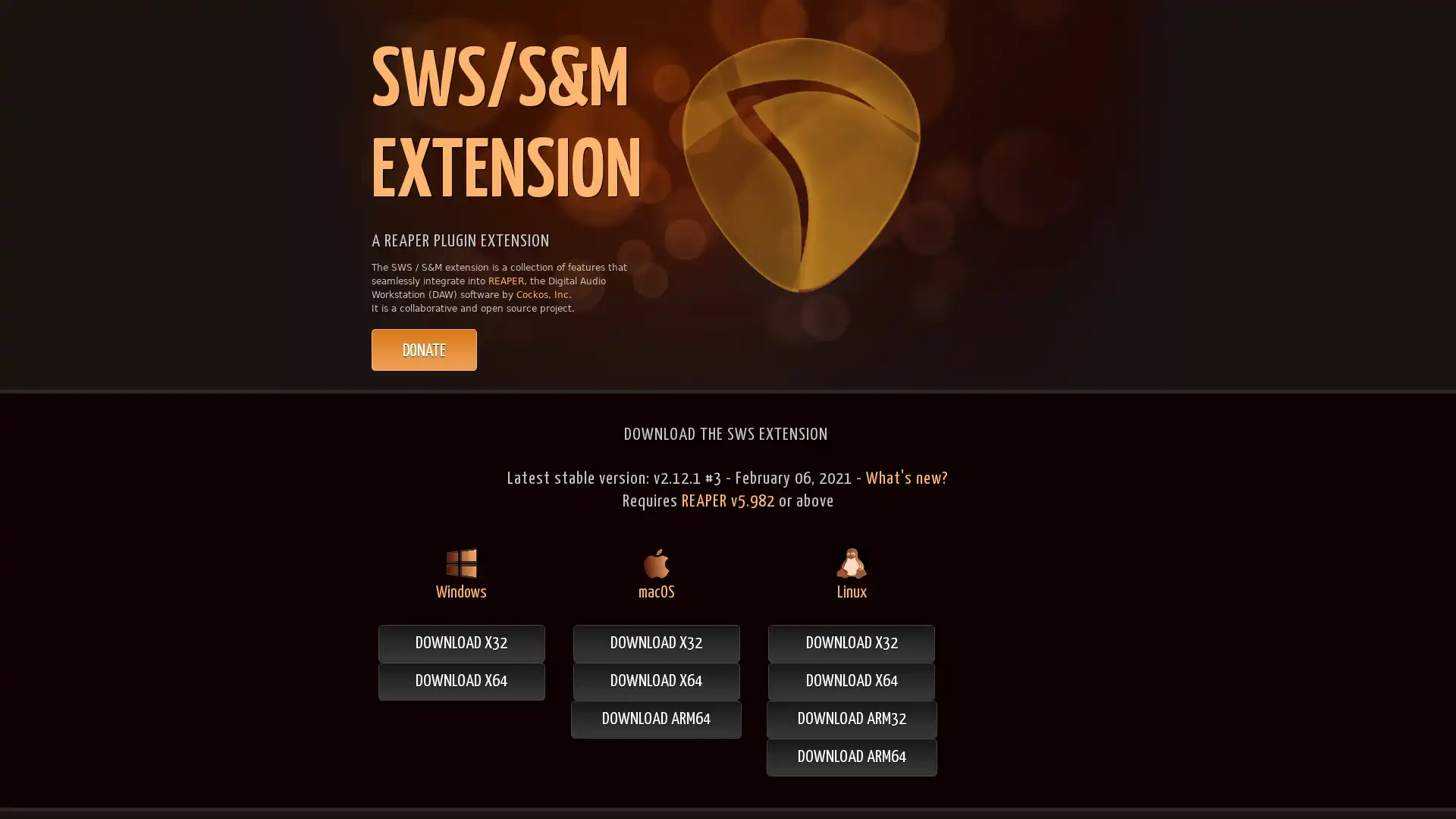 The width and height of the screenshot is (1456, 819). I want to click on DOWNLOAD X32, so click(484, 643).